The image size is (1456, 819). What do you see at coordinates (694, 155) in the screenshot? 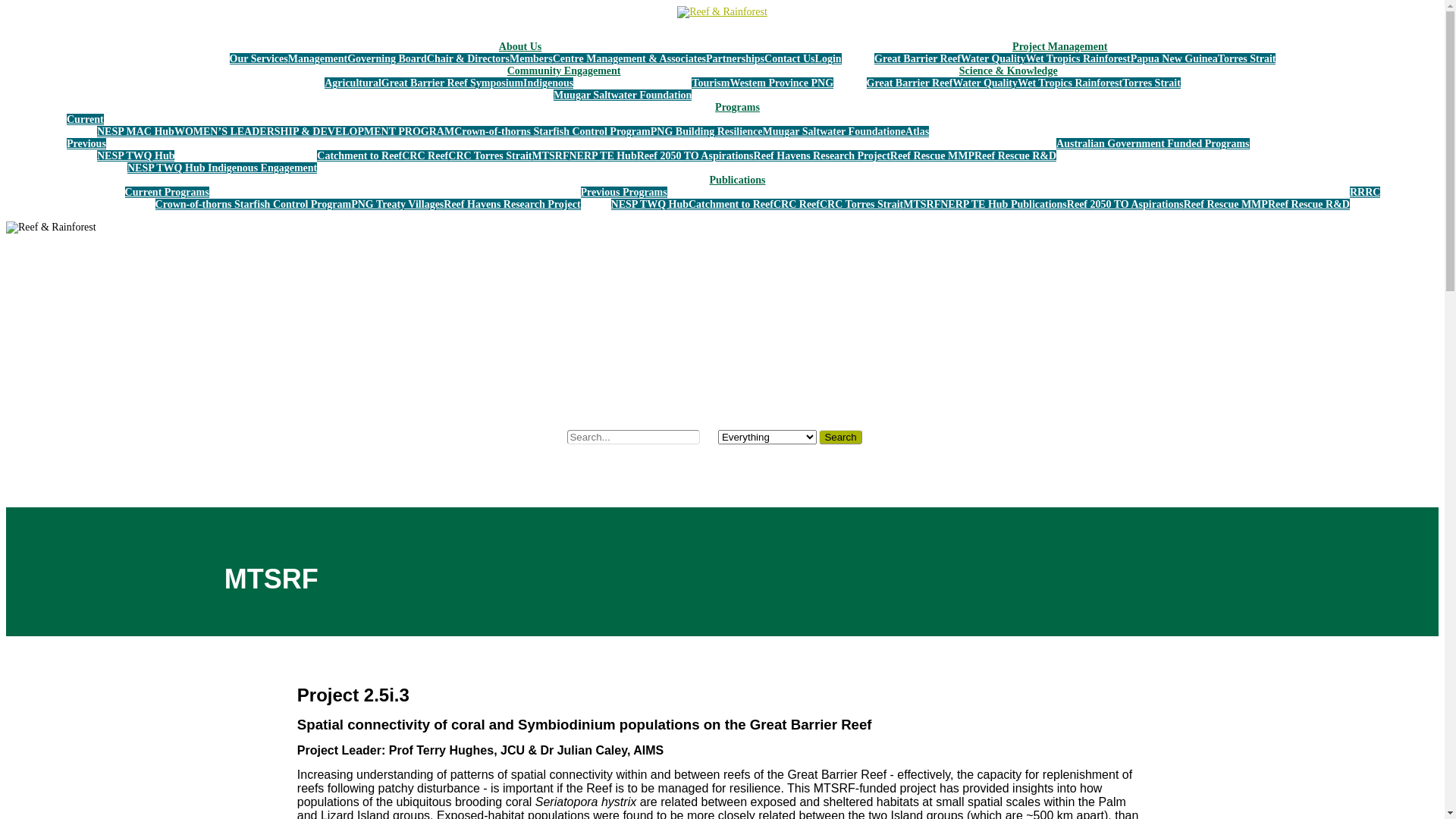
I see `'Reef 2050 TO Aspirations'` at bounding box center [694, 155].